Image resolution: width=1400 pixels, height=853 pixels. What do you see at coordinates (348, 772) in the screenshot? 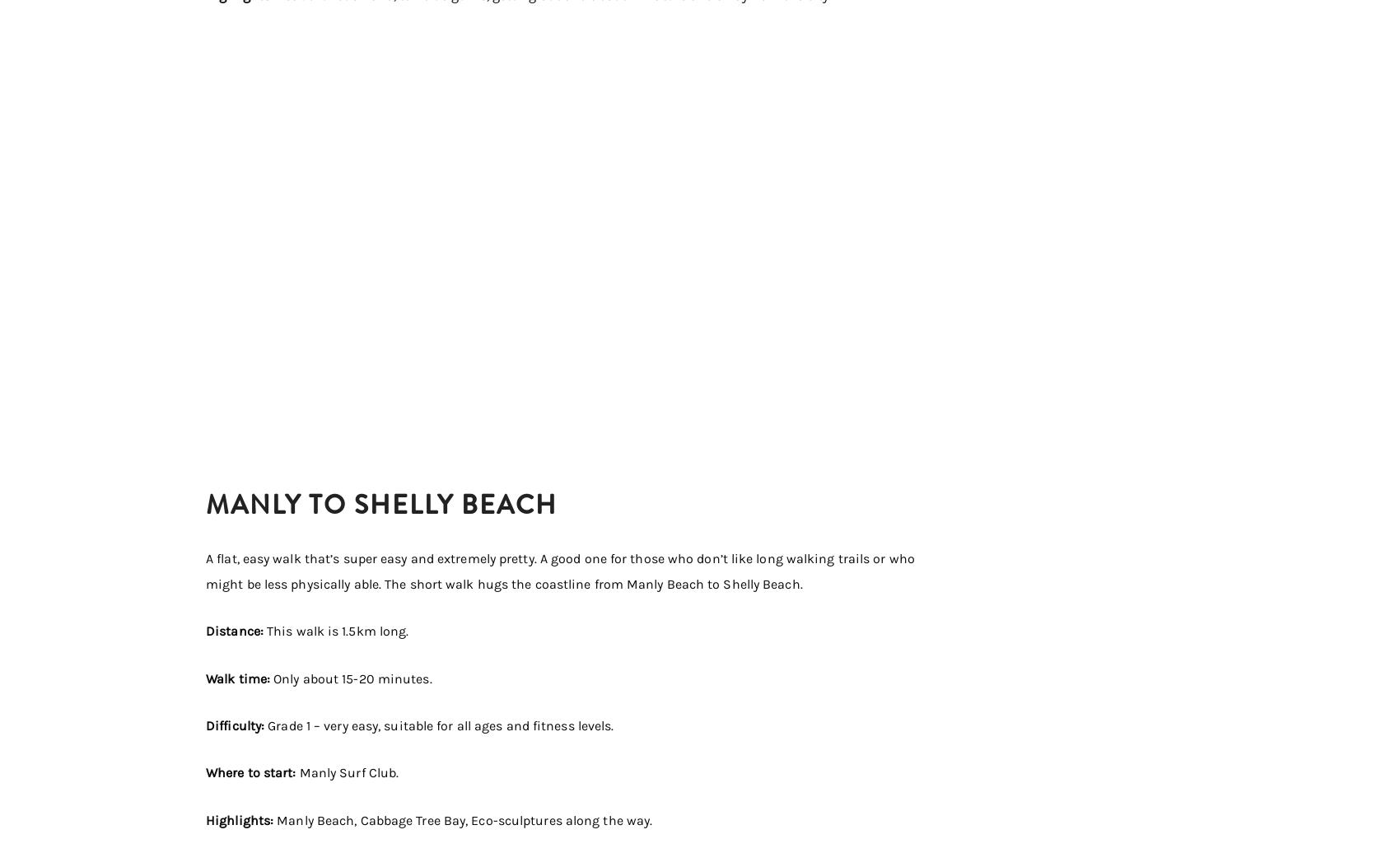
I see `'Manly Surf Club.'` at bounding box center [348, 772].